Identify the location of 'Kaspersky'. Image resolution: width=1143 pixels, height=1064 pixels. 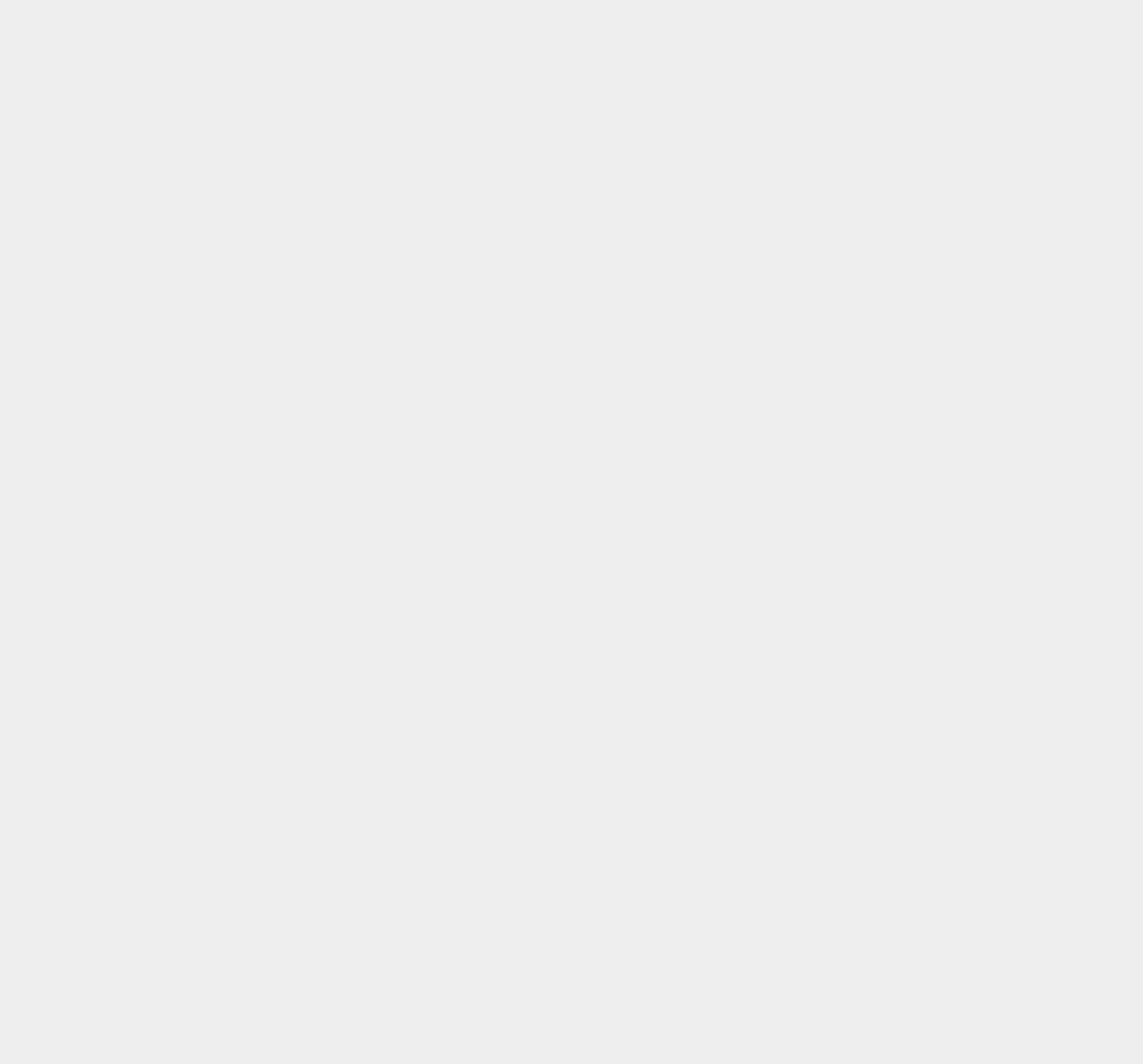
(839, 590).